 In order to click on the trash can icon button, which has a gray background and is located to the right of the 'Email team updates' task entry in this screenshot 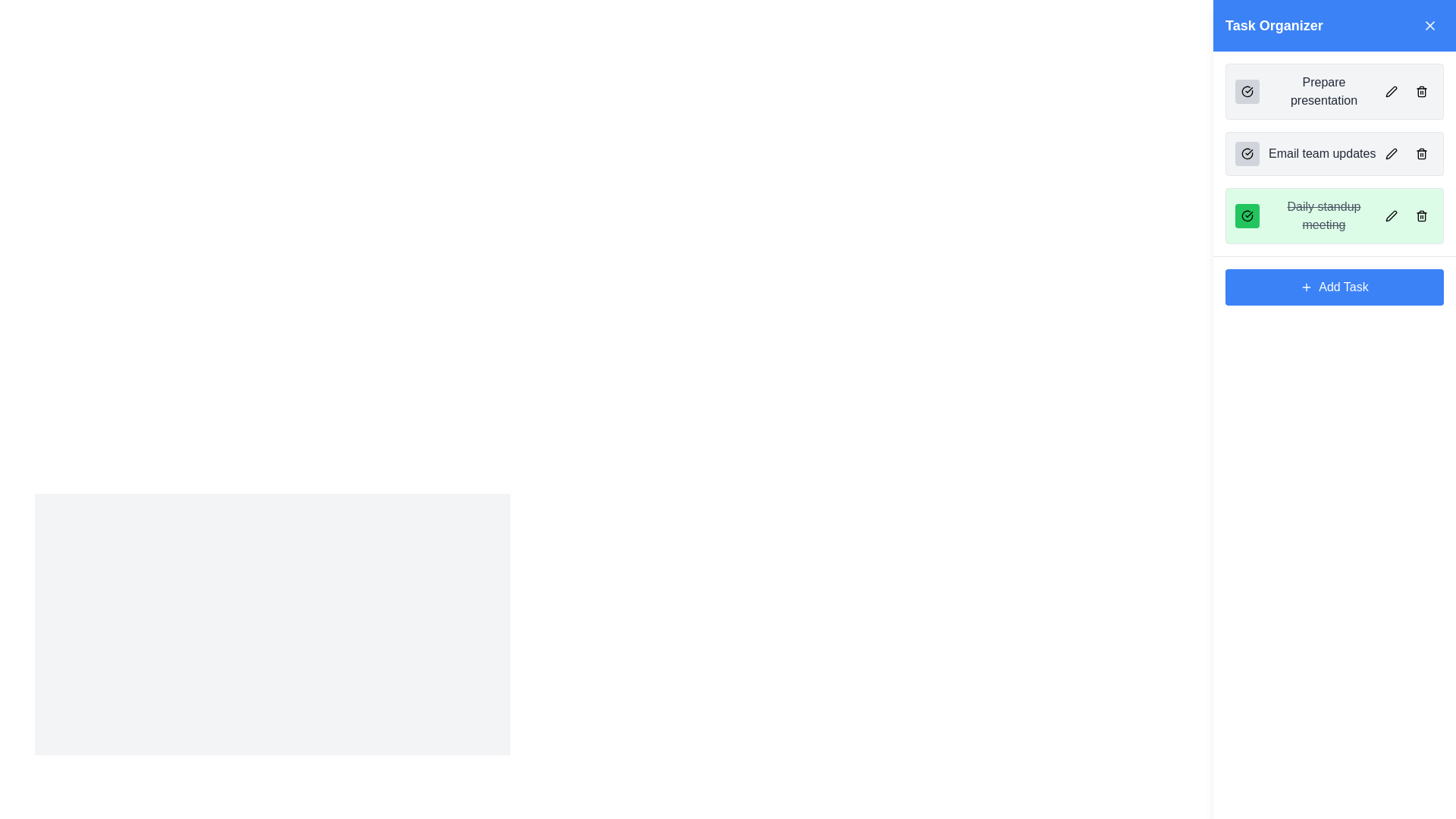, I will do `click(1421, 154)`.